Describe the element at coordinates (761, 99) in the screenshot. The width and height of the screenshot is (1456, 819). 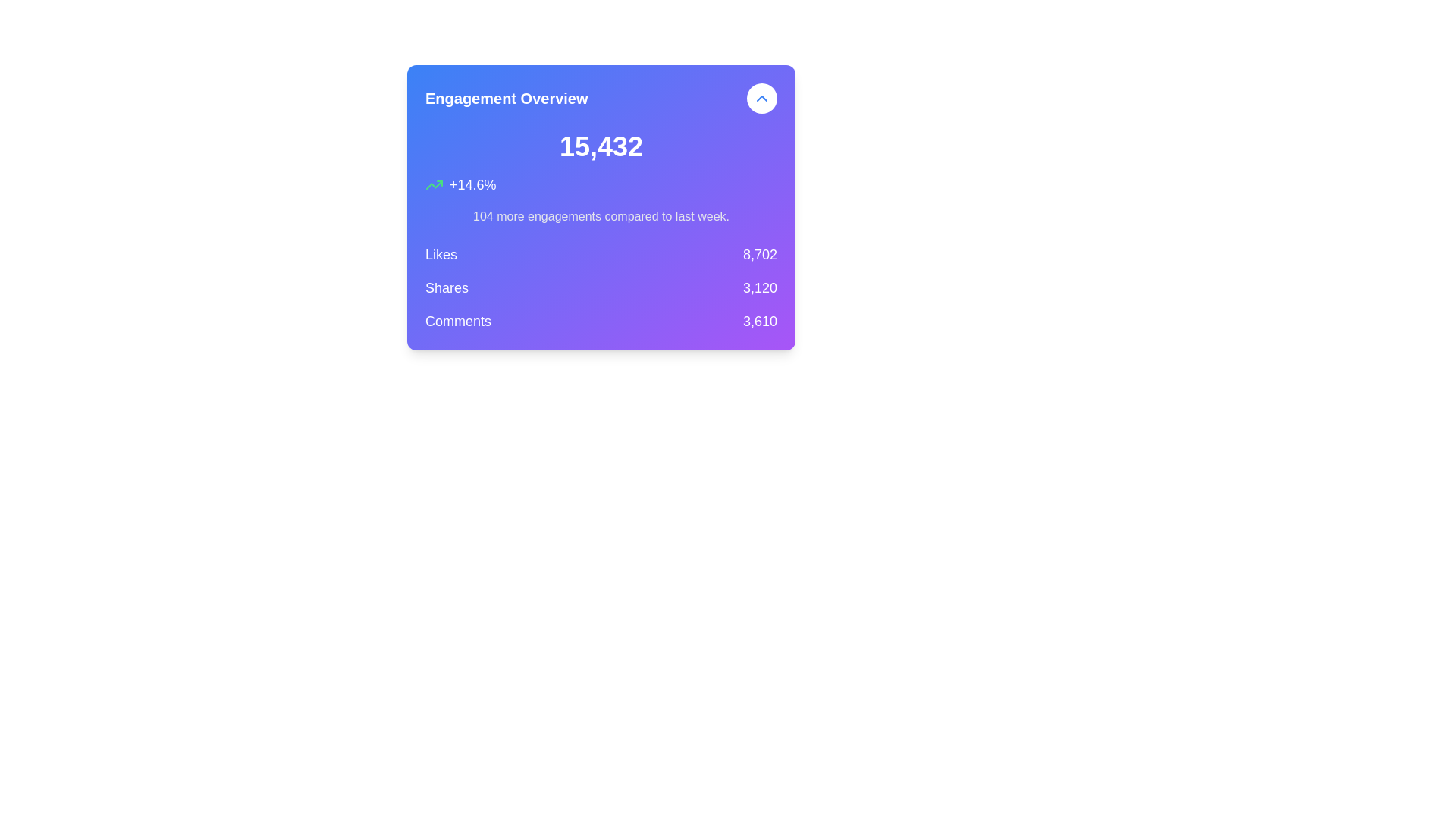
I see `the chevron upward SVG icon located within the circular button at the top-right corner of the Engagement Overview card to potentially reveal more information` at that location.